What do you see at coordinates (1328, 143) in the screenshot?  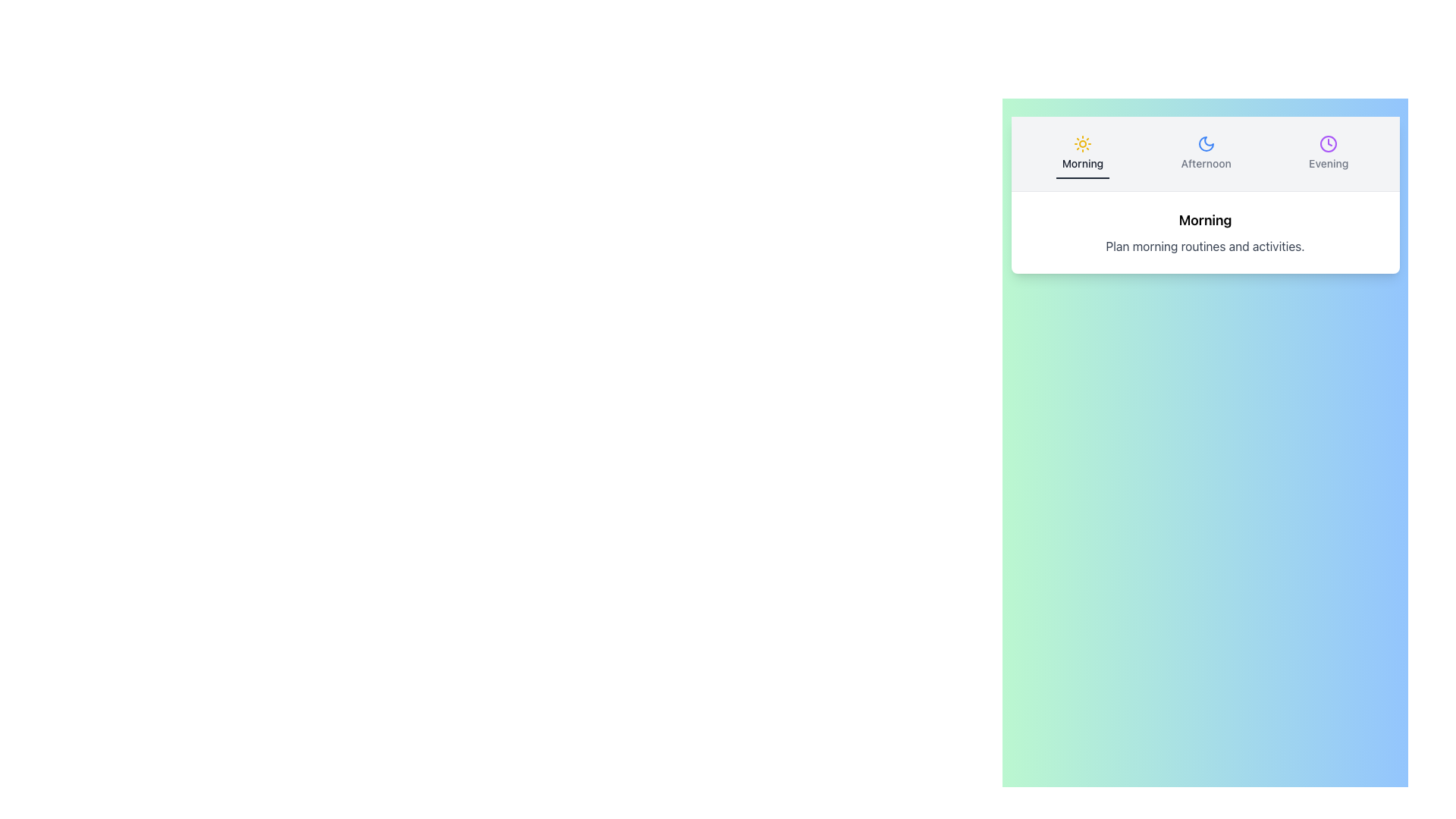 I see `the purple clock icon associated with the 'Evening' label` at bounding box center [1328, 143].